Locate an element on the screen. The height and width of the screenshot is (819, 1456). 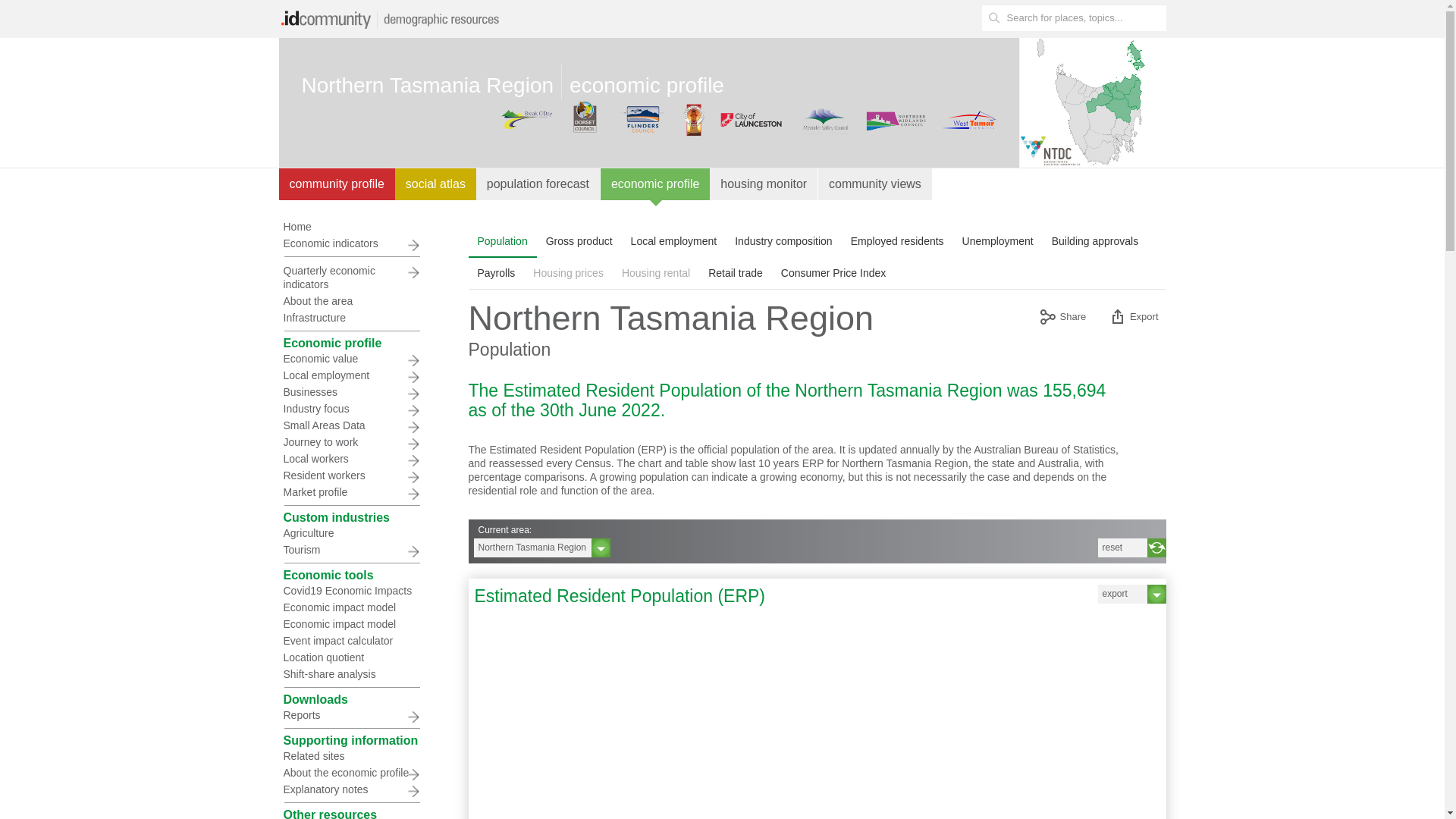
'population forecast' is located at coordinates (538, 184).